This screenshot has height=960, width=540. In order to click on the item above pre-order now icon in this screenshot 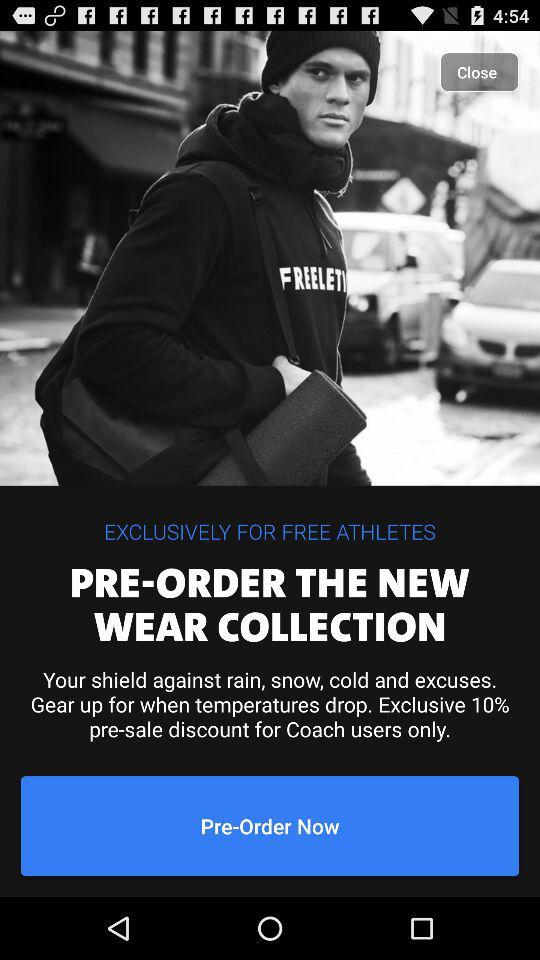, I will do `click(270, 704)`.